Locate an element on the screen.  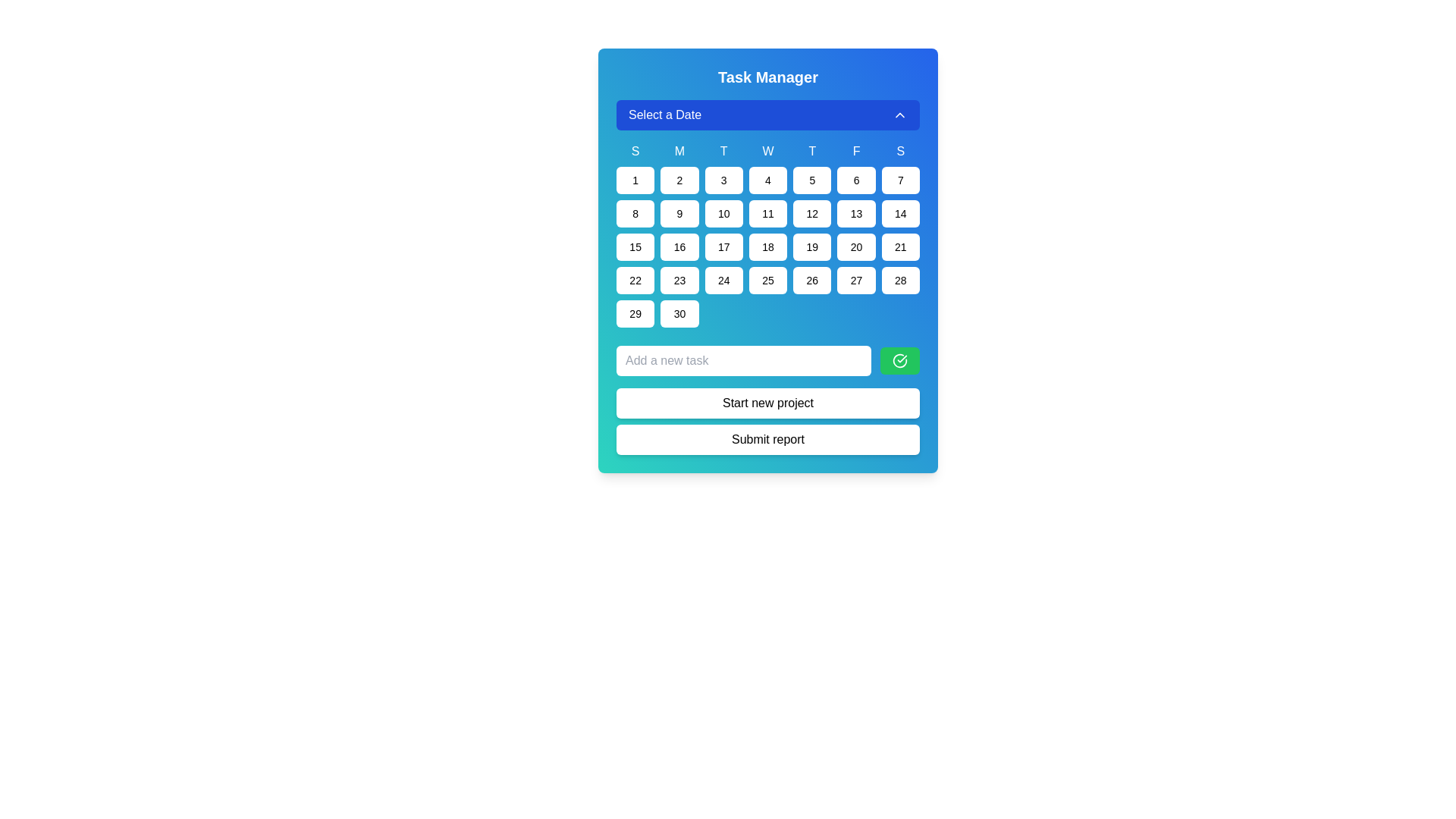
the static text label for 'M' which represents Monday, located under the 'Select a Date' title in the calendar header is located at coordinates (679, 152).